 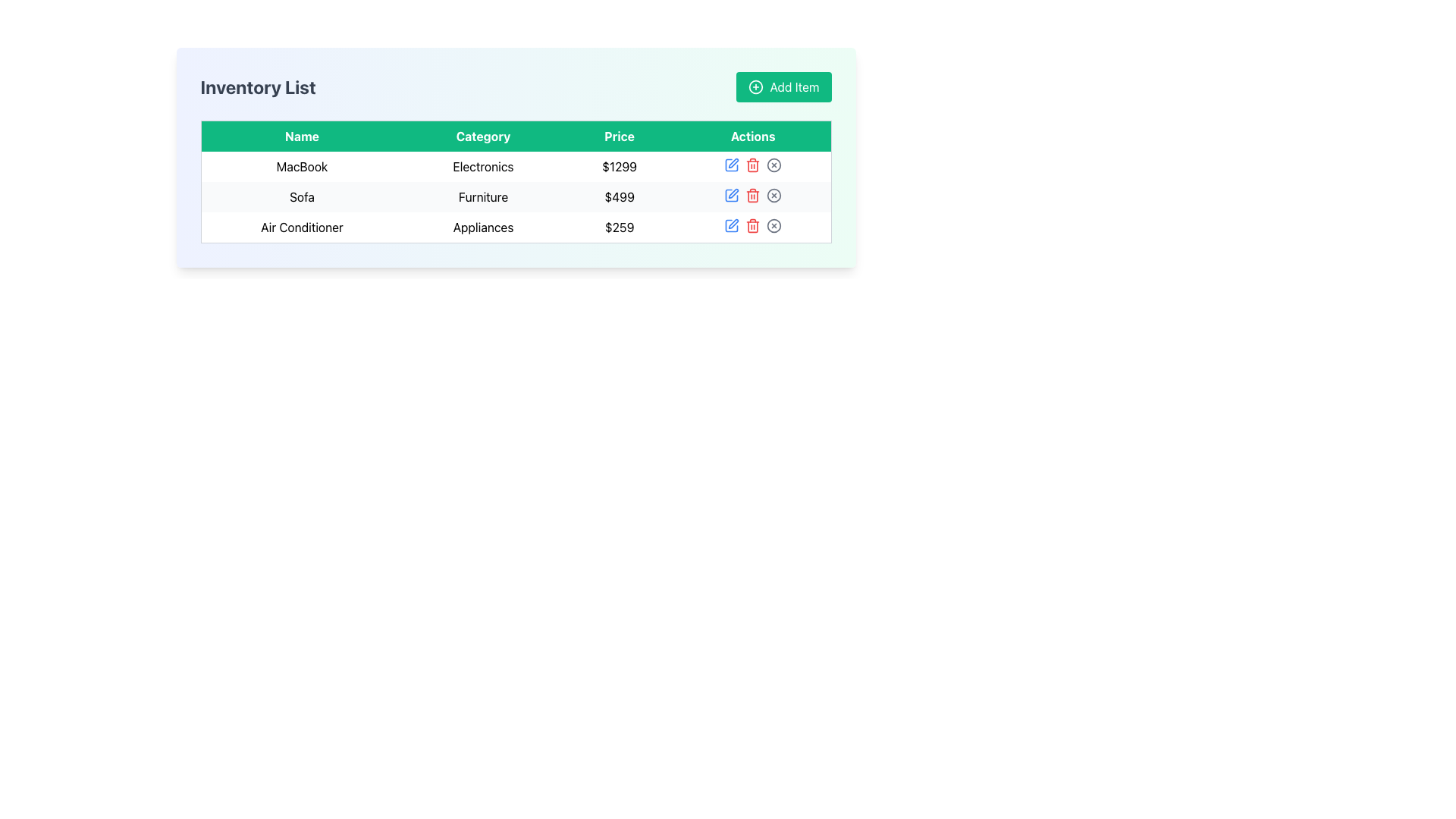 I want to click on the delete action button for the 'Air Conditioner' item, which is the third action icon in the last row of the table in the 'Actions' column, so click(x=753, y=225).